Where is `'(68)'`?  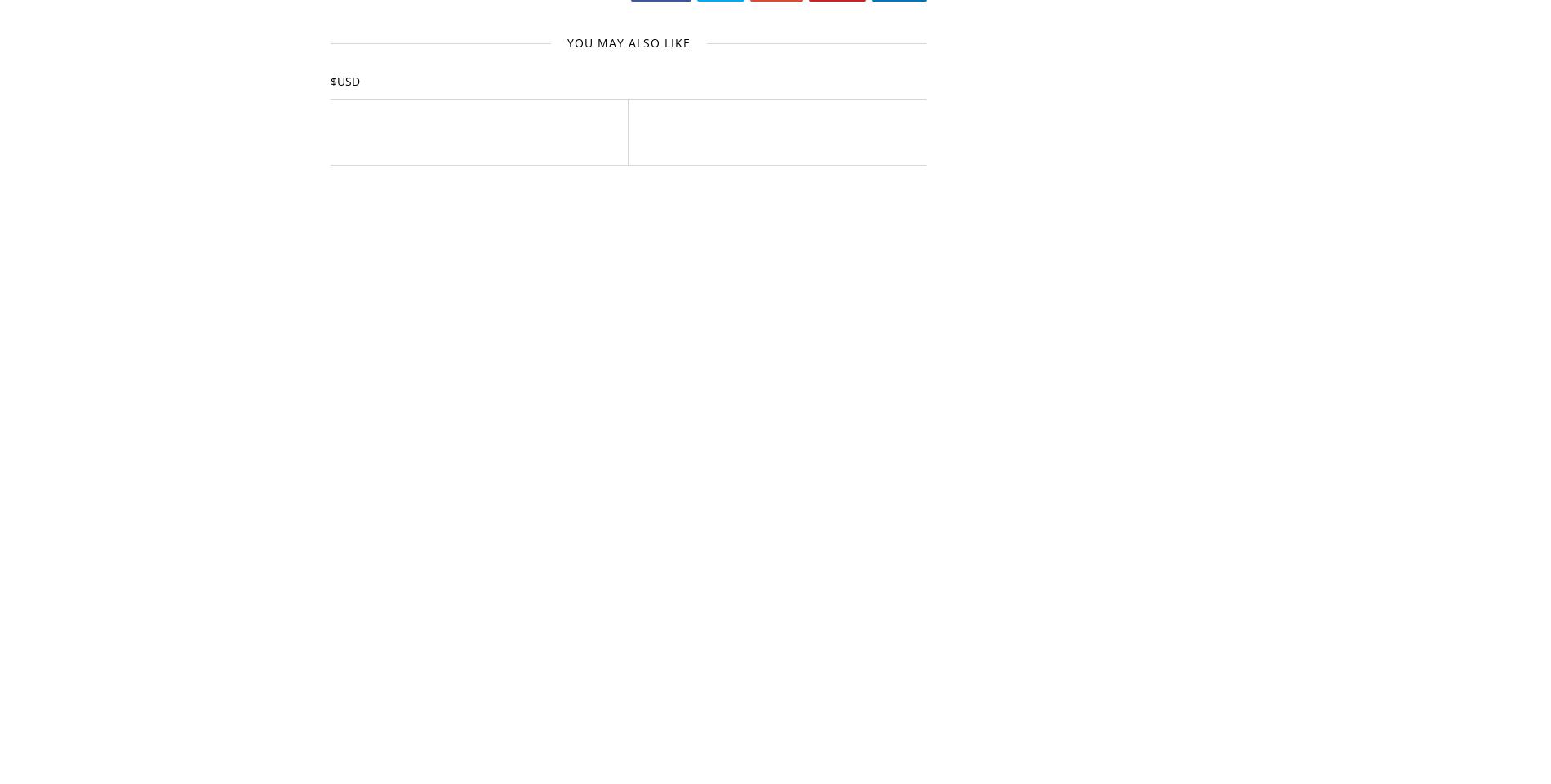
'(68)' is located at coordinates (1048, 648).